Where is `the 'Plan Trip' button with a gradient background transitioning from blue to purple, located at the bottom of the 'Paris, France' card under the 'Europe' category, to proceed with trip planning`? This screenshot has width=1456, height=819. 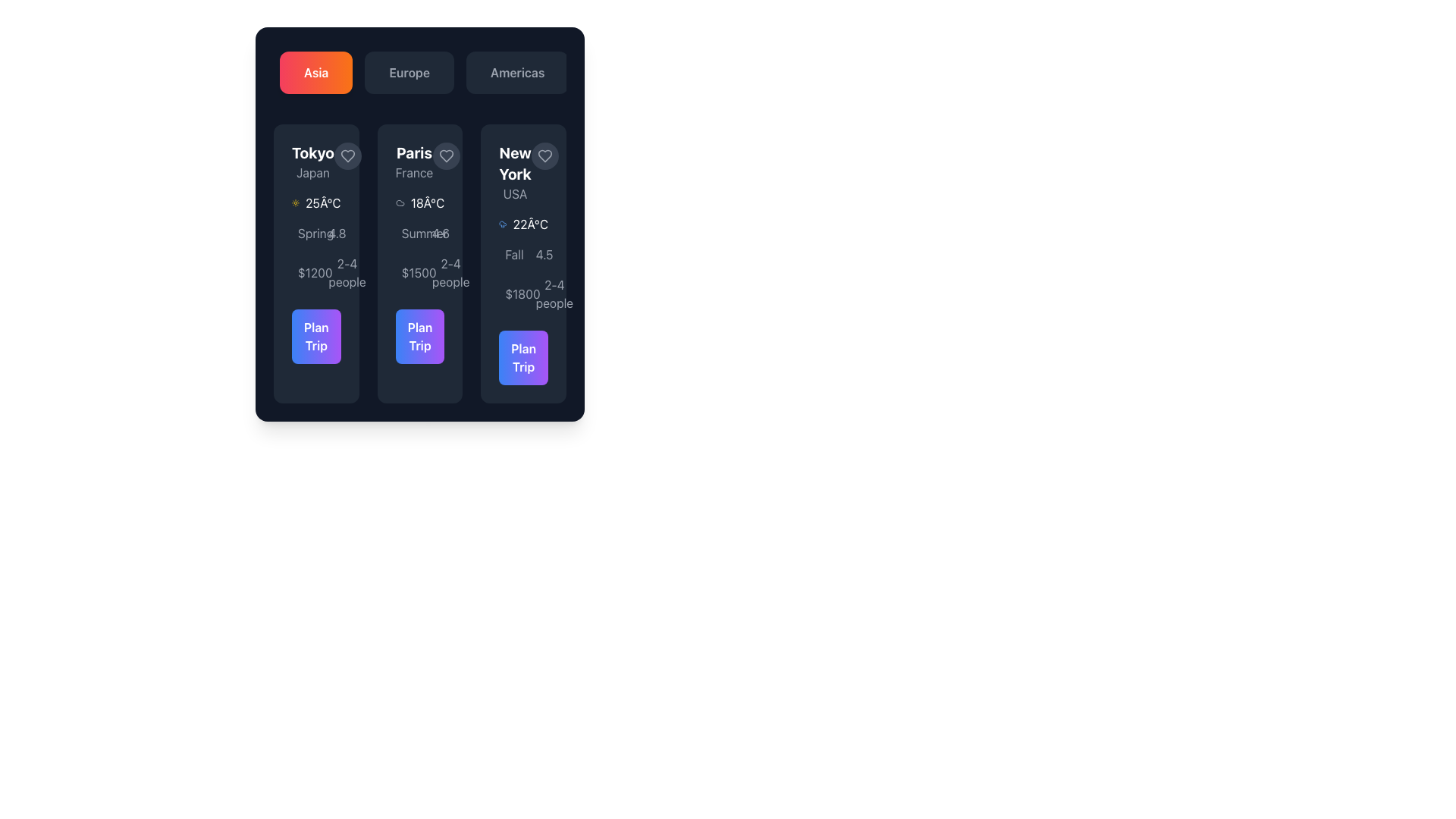 the 'Plan Trip' button with a gradient background transitioning from blue to purple, located at the bottom of the 'Paris, France' card under the 'Europe' category, to proceed with trip planning is located at coordinates (419, 335).